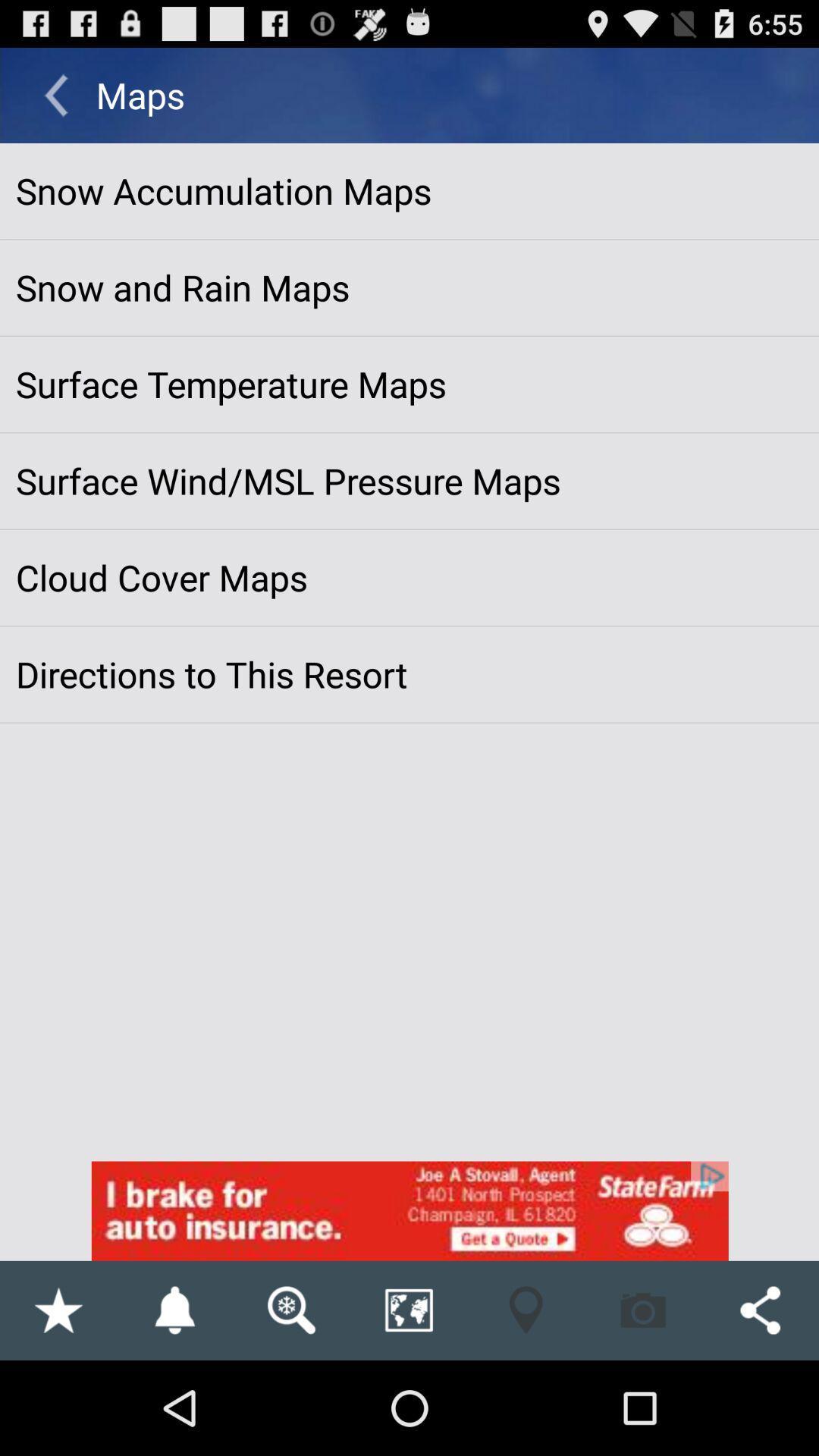  I want to click on the button on the top left corner of the web page, so click(55, 94).